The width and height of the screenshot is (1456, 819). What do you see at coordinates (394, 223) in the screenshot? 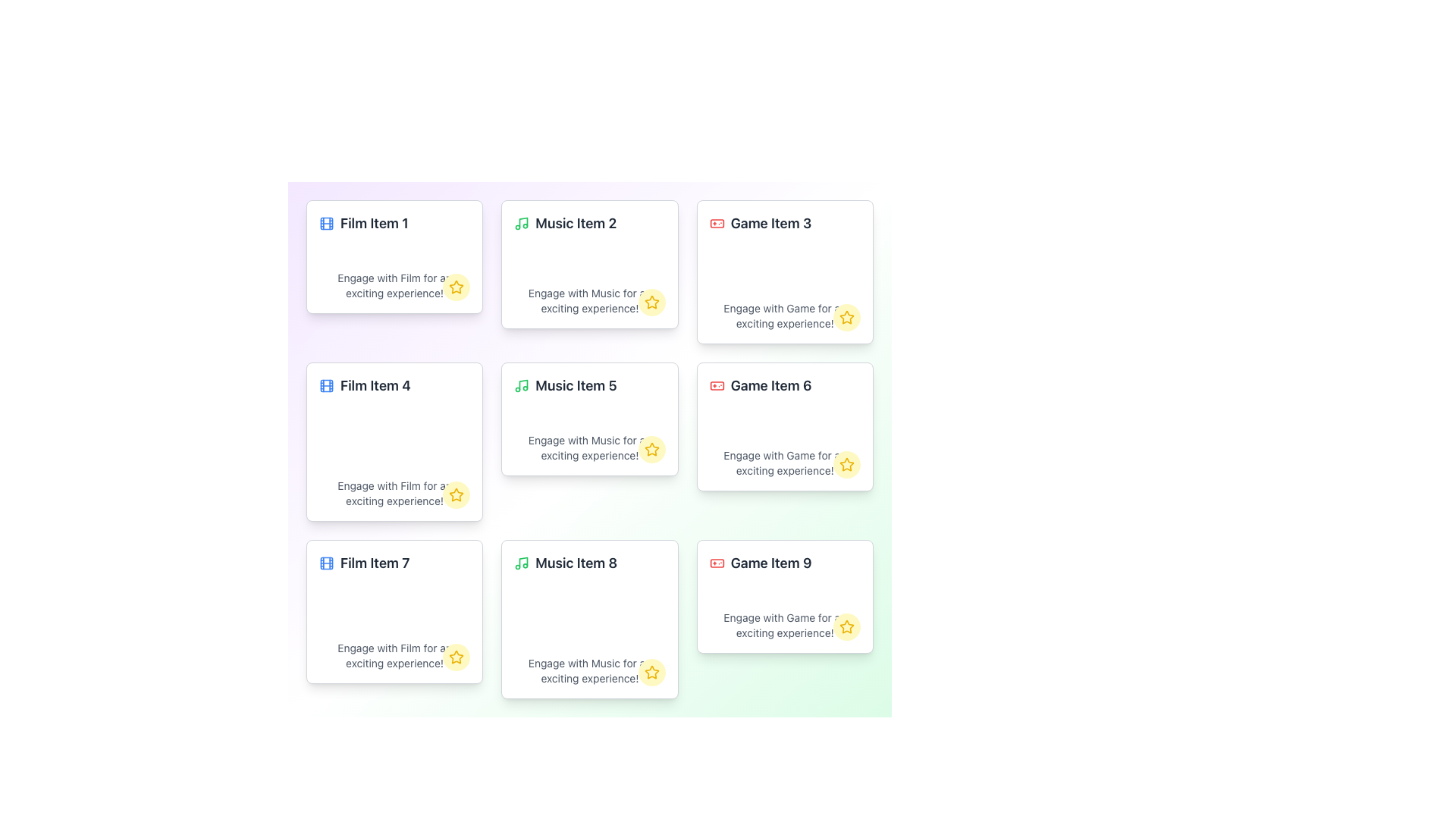
I see `the text label 'Film Item 1' with the blue movie icon, which is the first item in the grid layout located in the top-left corner of the card-like interface` at bounding box center [394, 223].